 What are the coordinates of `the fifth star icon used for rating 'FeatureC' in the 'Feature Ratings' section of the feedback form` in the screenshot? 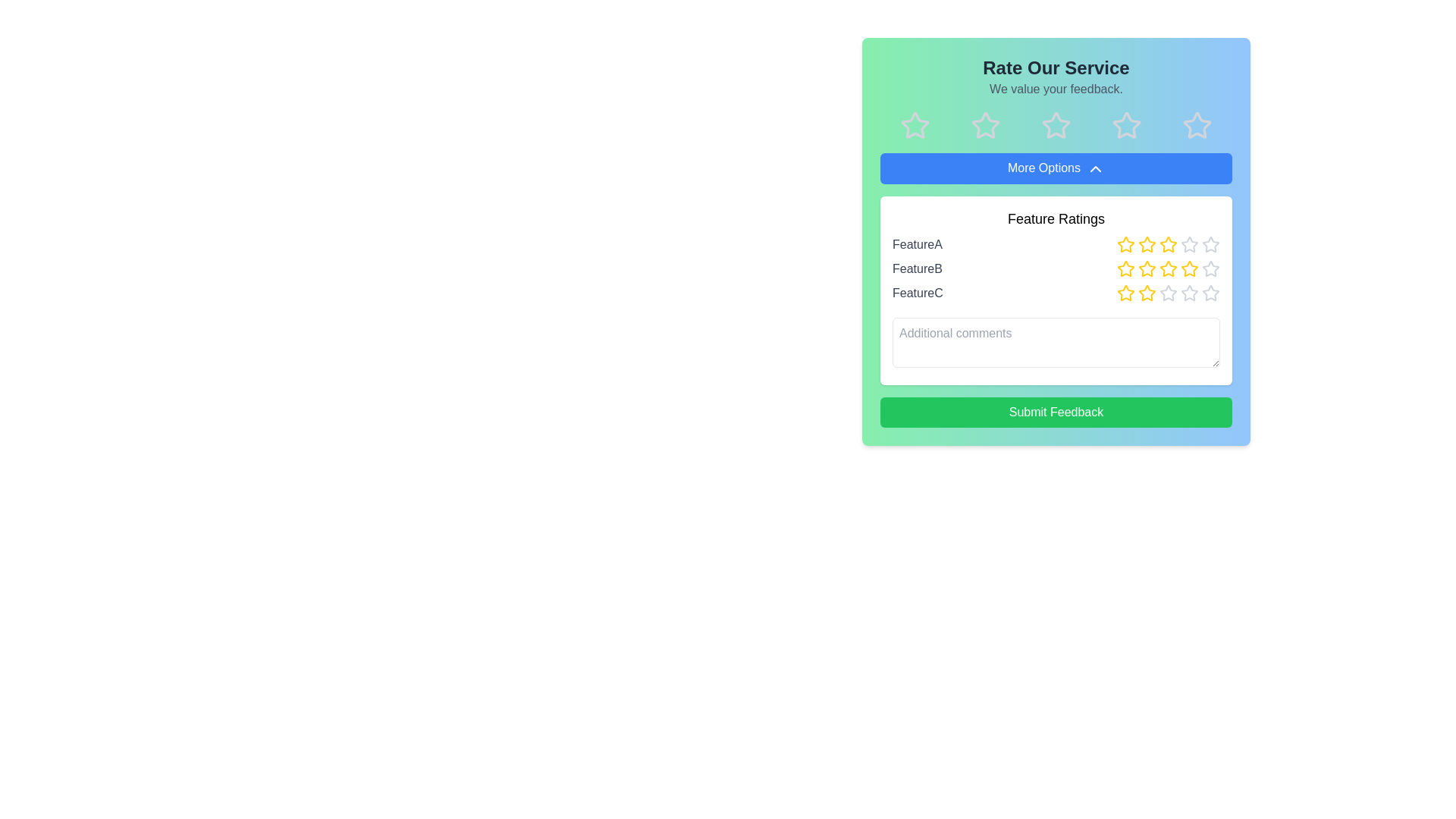 It's located at (1210, 293).